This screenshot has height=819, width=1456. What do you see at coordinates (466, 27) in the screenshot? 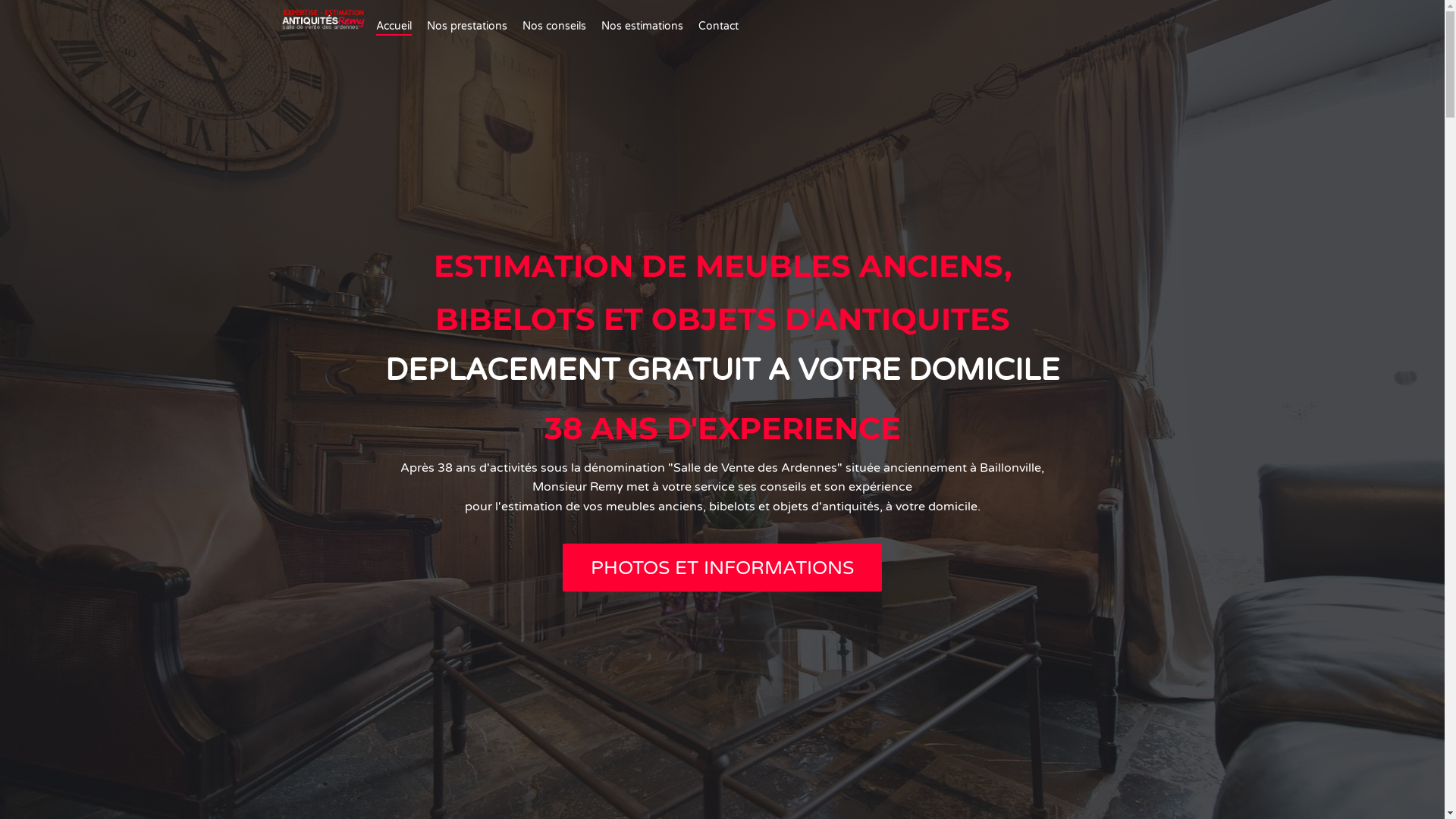
I see `'Nos prestations'` at bounding box center [466, 27].